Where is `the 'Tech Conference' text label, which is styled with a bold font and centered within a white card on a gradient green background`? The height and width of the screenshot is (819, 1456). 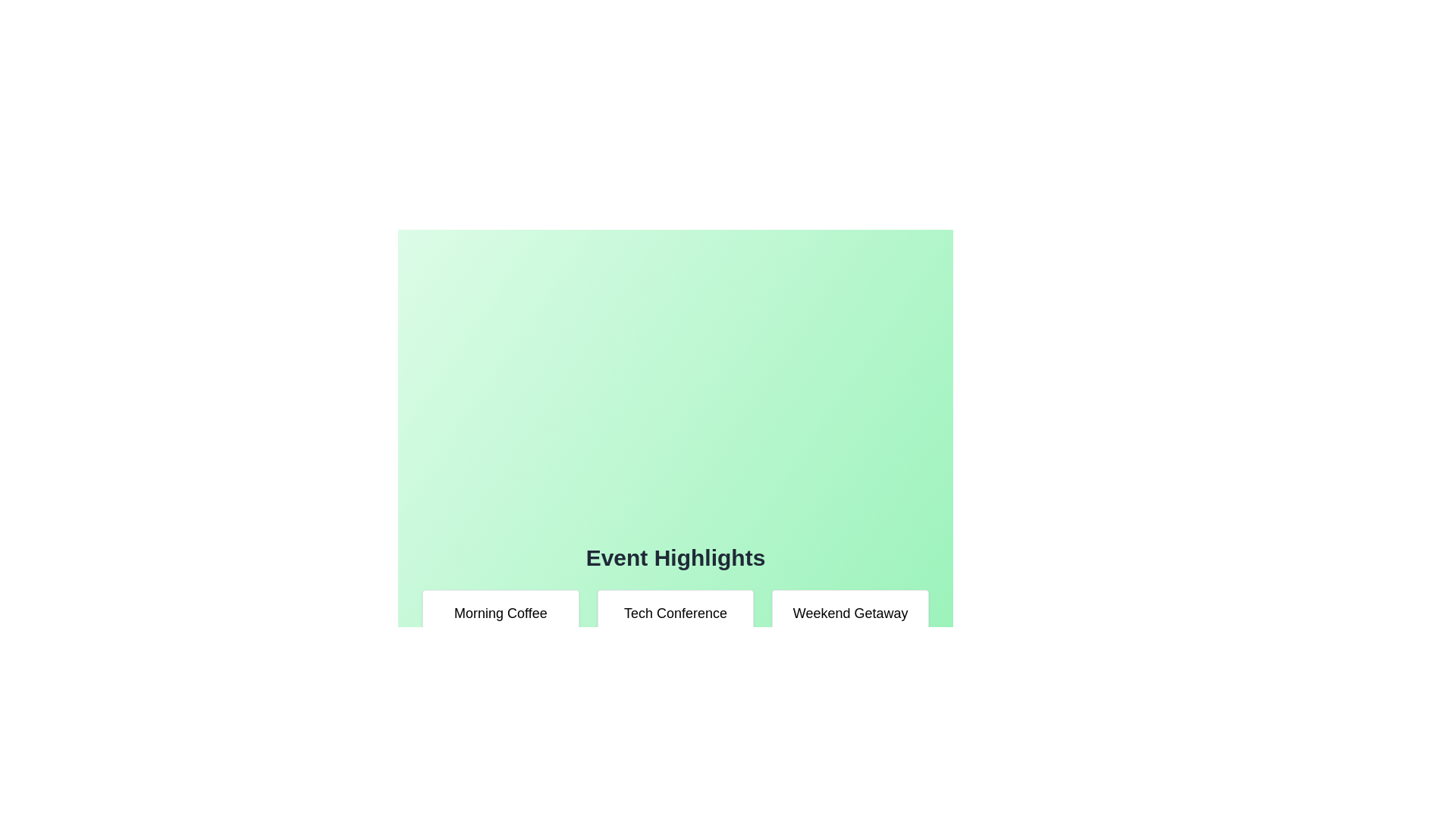
the 'Tech Conference' text label, which is styled with a bold font and centered within a white card on a gradient green background is located at coordinates (675, 613).